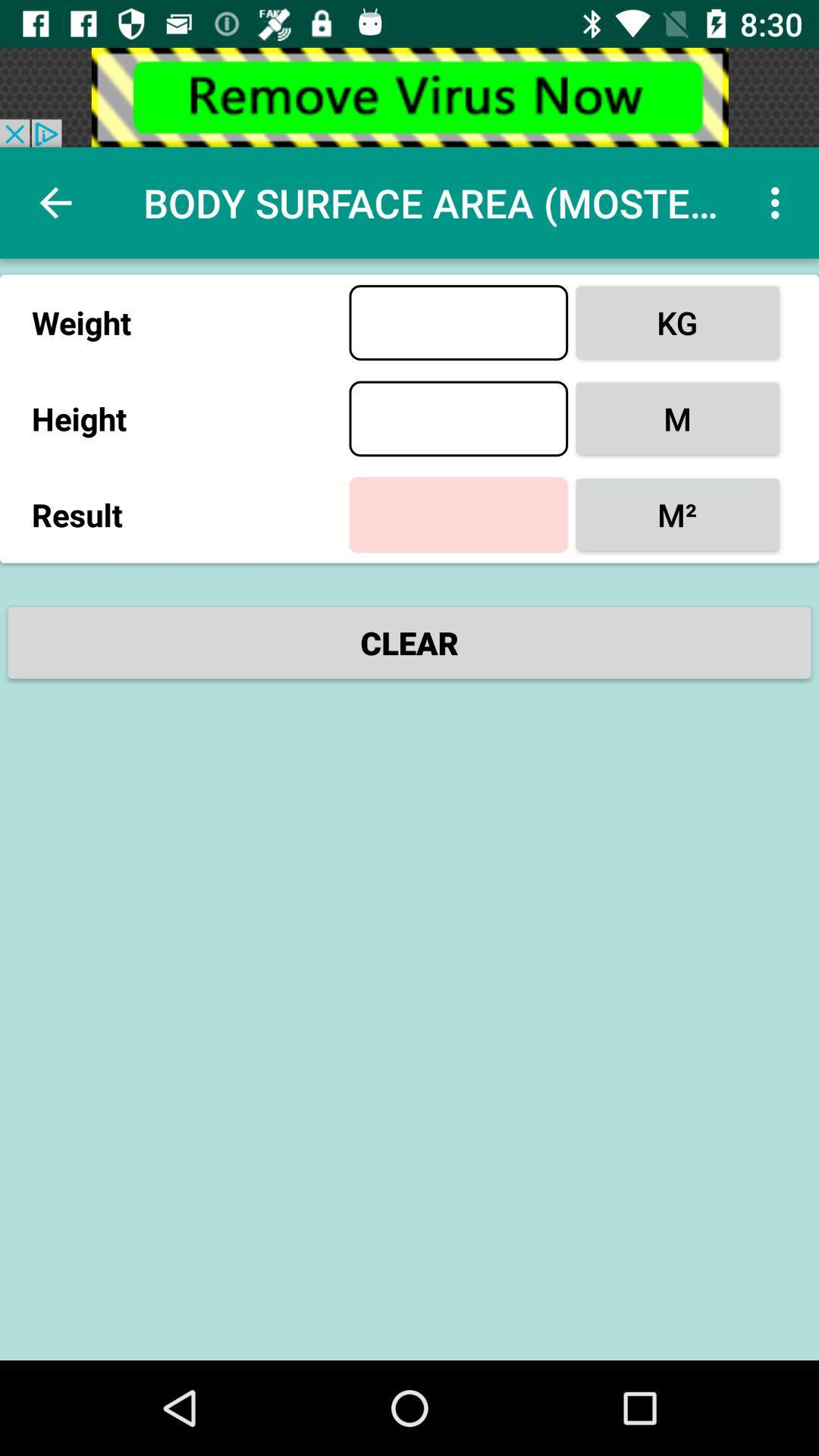 This screenshot has height=1456, width=819. Describe the element at coordinates (457, 419) in the screenshot. I see `insert for height` at that location.